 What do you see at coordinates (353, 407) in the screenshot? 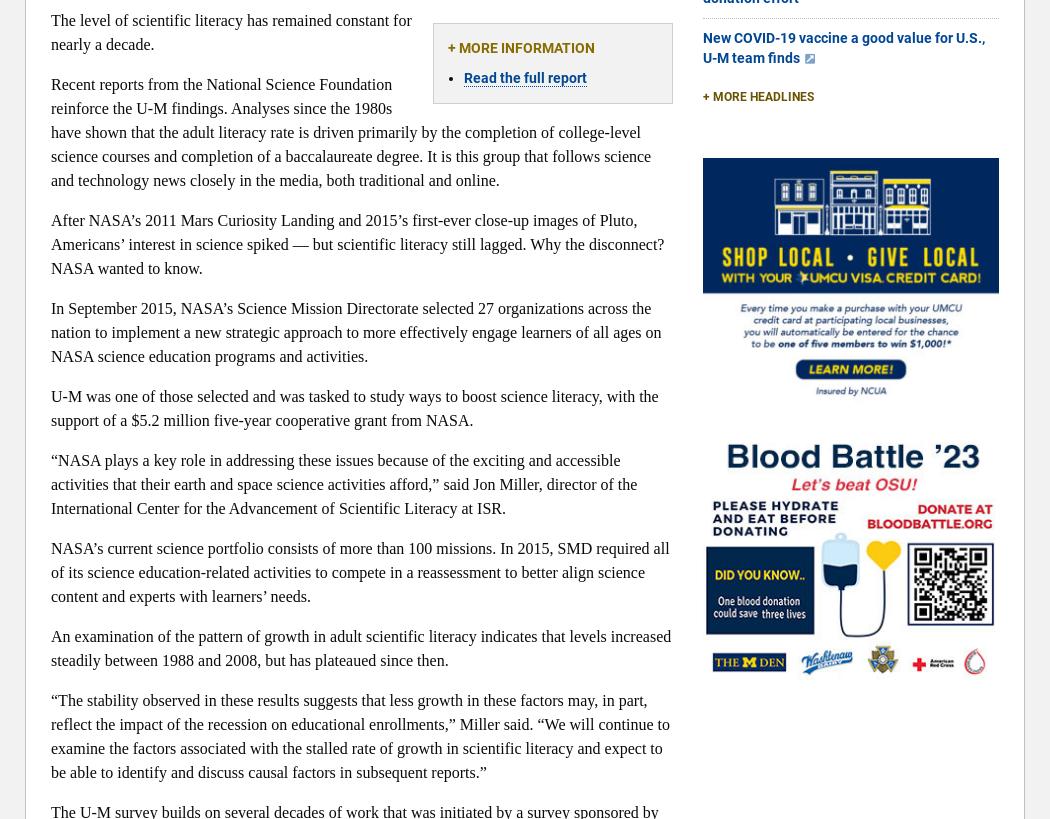
I see `'U-M was one of those selected and was tasked to study ways to boost science literacy, with the support of a $5.2 million five-year cooperative grant from NASA.'` at bounding box center [353, 407].